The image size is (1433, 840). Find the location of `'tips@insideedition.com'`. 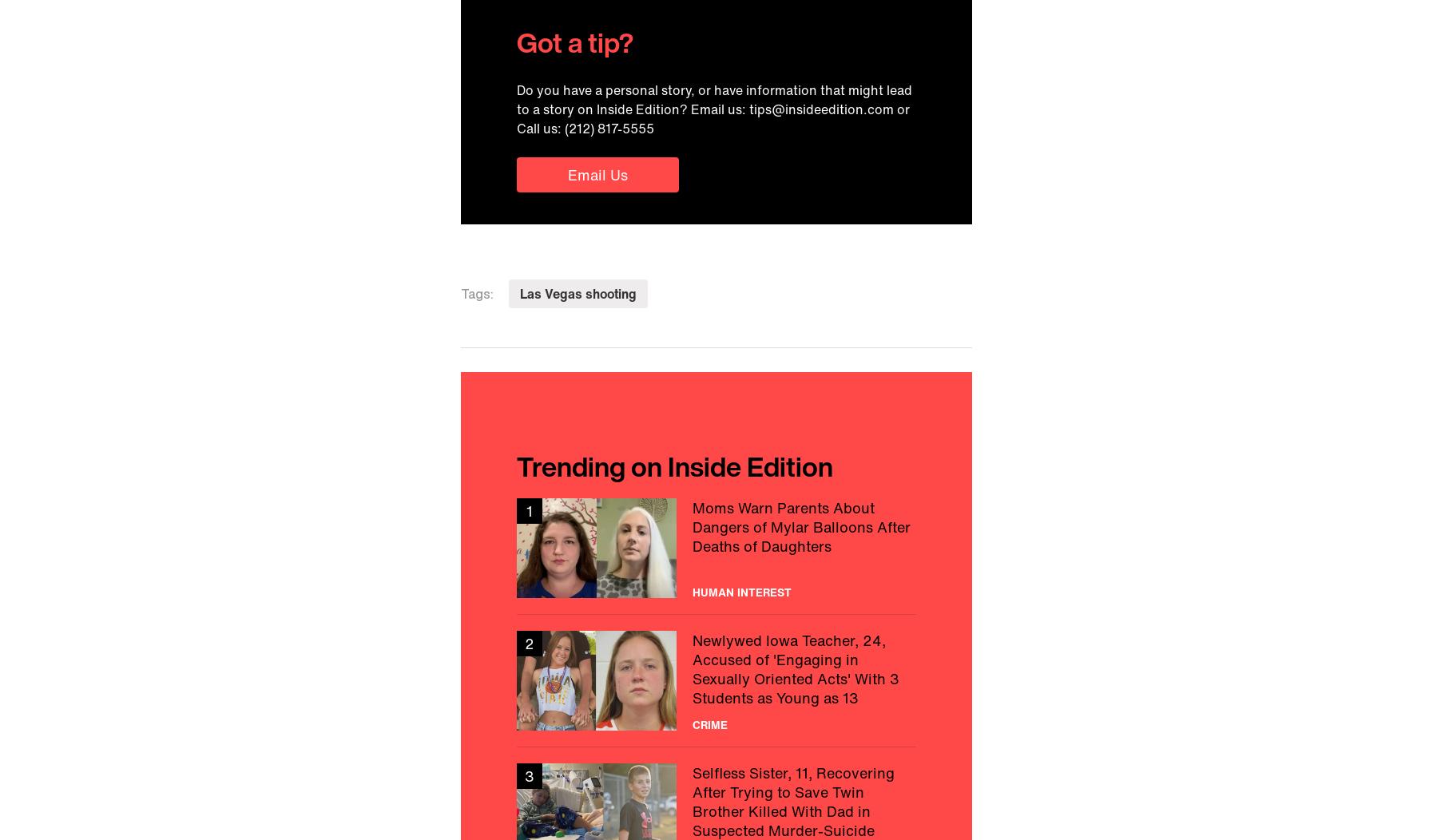

'tips@insideedition.com' is located at coordinates (820, 108).